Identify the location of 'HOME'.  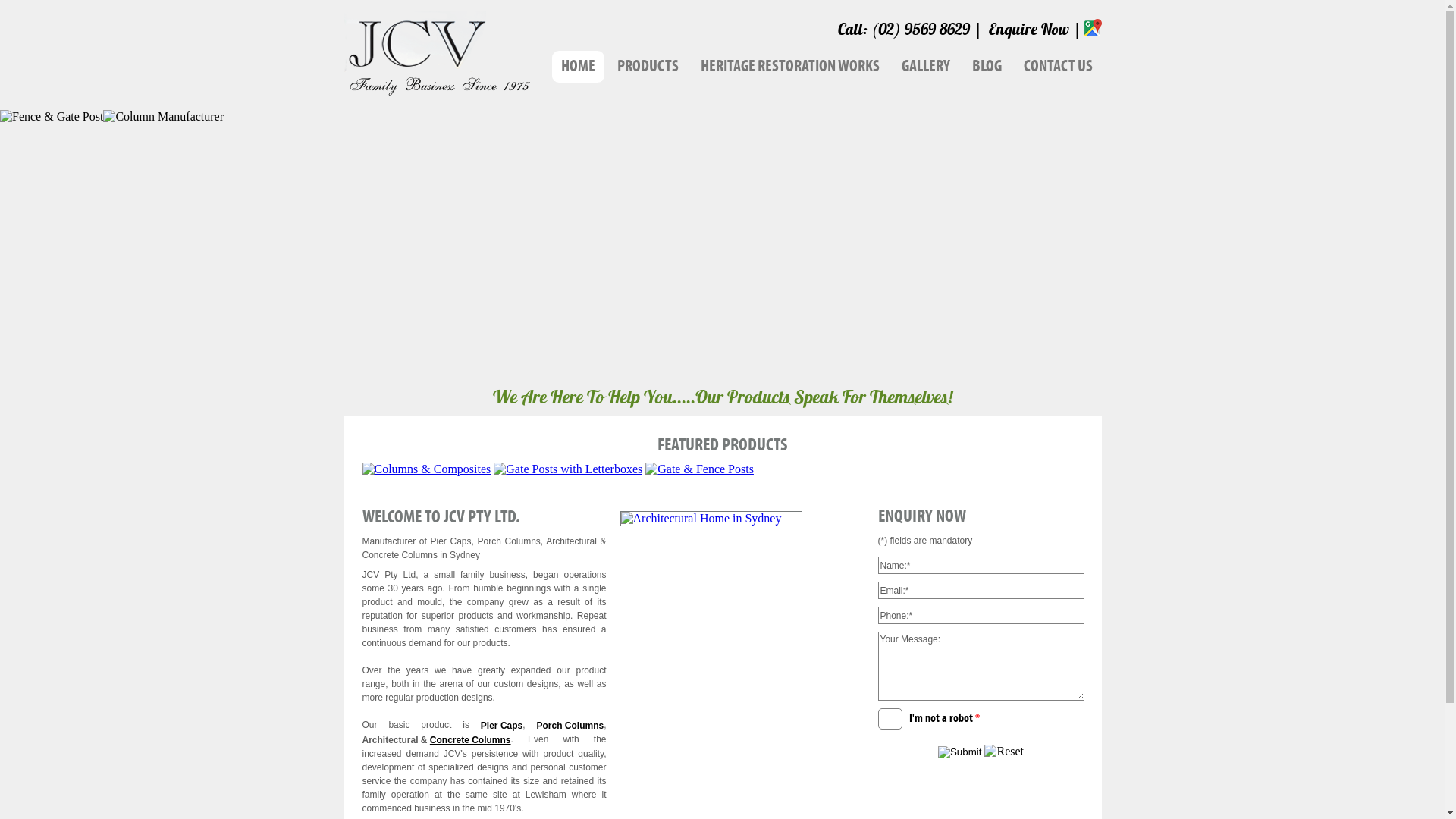
(577, 66).